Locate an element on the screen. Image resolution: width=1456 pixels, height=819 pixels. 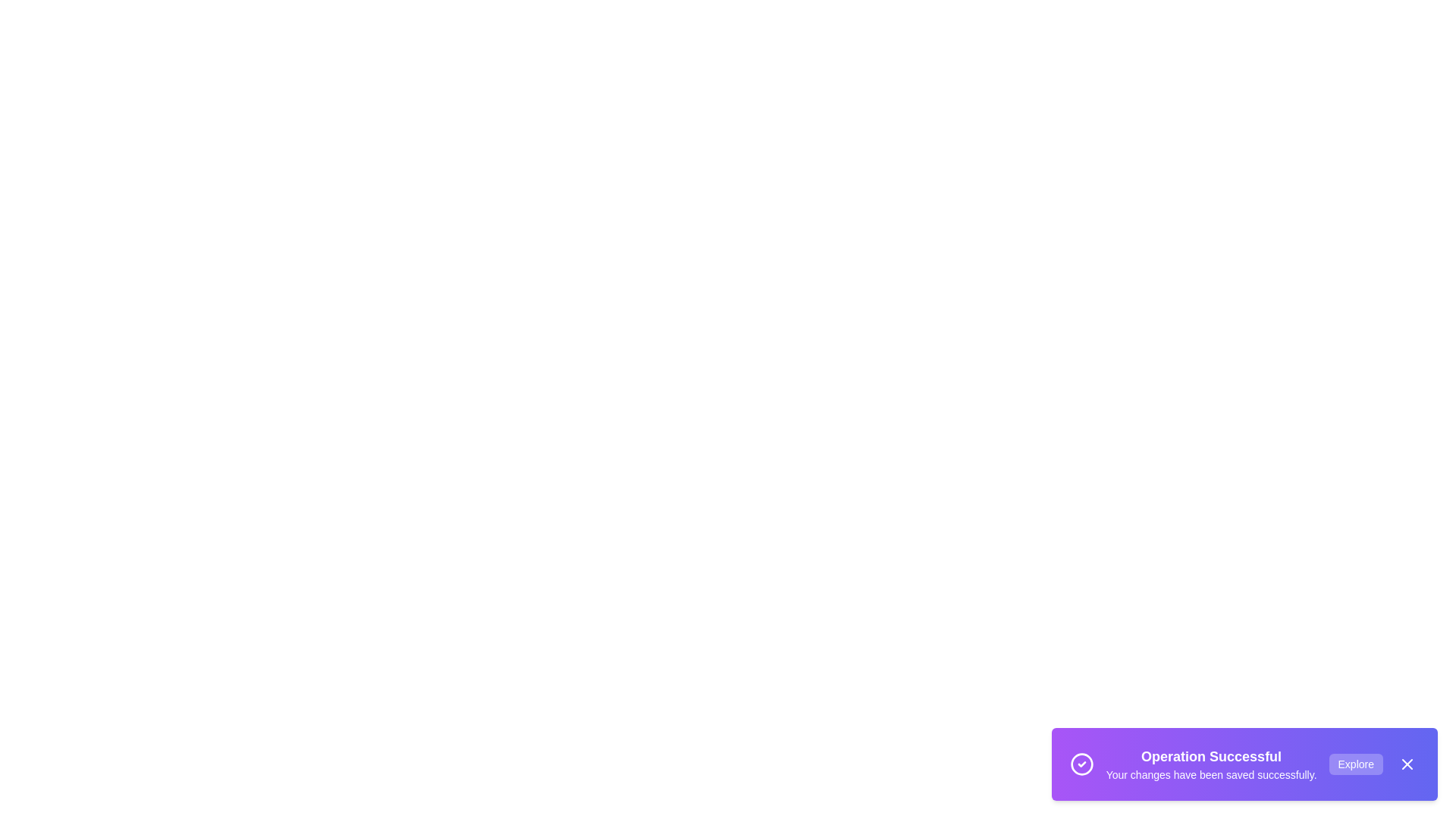
the 'Explore' button to trigger its action is located at coordinates (1356, 764).